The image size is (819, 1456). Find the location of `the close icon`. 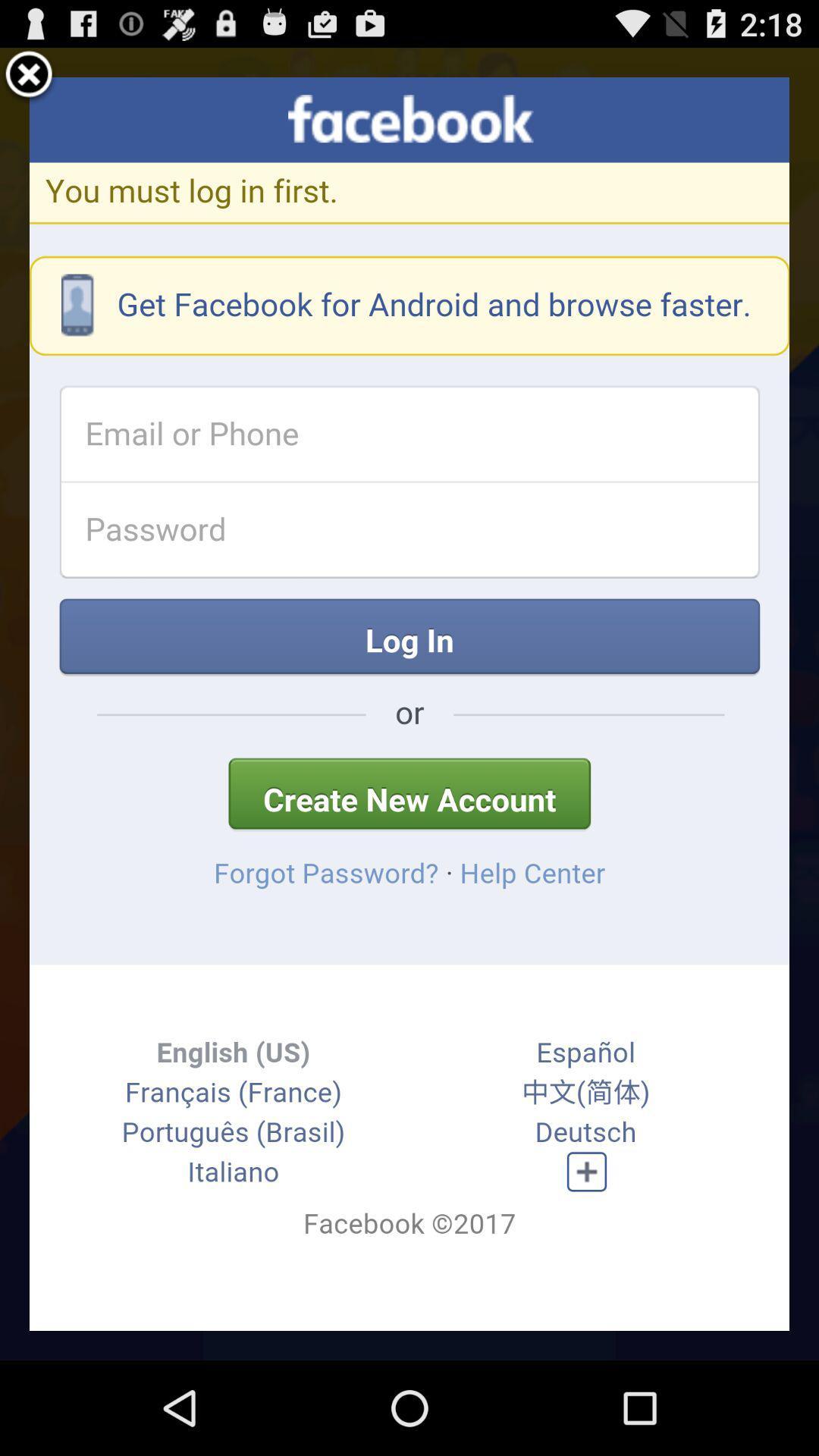

the close icon is located at coordinates (29, 81).